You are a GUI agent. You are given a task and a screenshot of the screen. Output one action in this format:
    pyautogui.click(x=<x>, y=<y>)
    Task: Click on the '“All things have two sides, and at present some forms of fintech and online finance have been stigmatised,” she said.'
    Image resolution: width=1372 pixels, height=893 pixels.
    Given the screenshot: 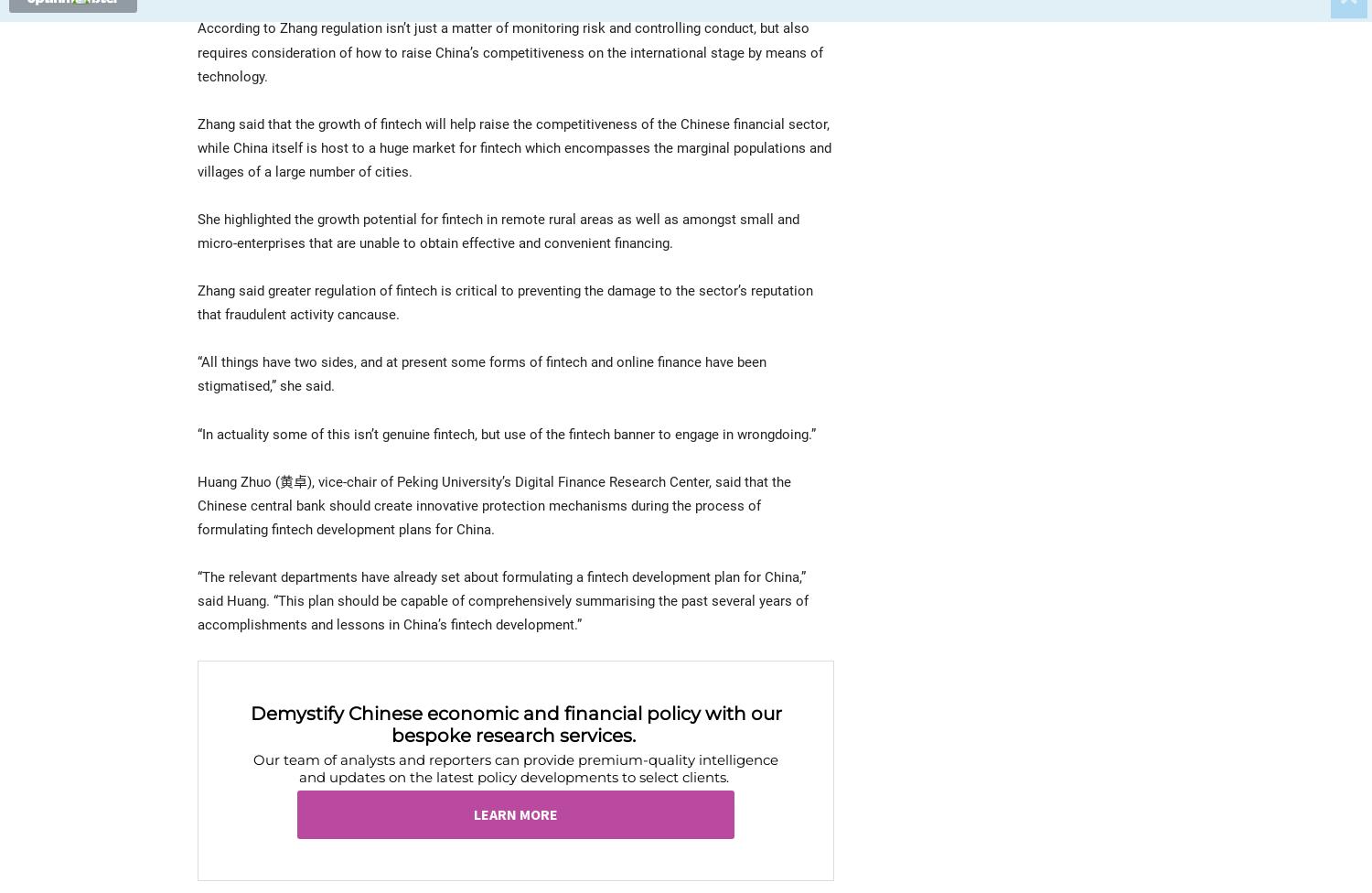 What is the action you would take?
    pyautogui.click(x=481, y=373)
    